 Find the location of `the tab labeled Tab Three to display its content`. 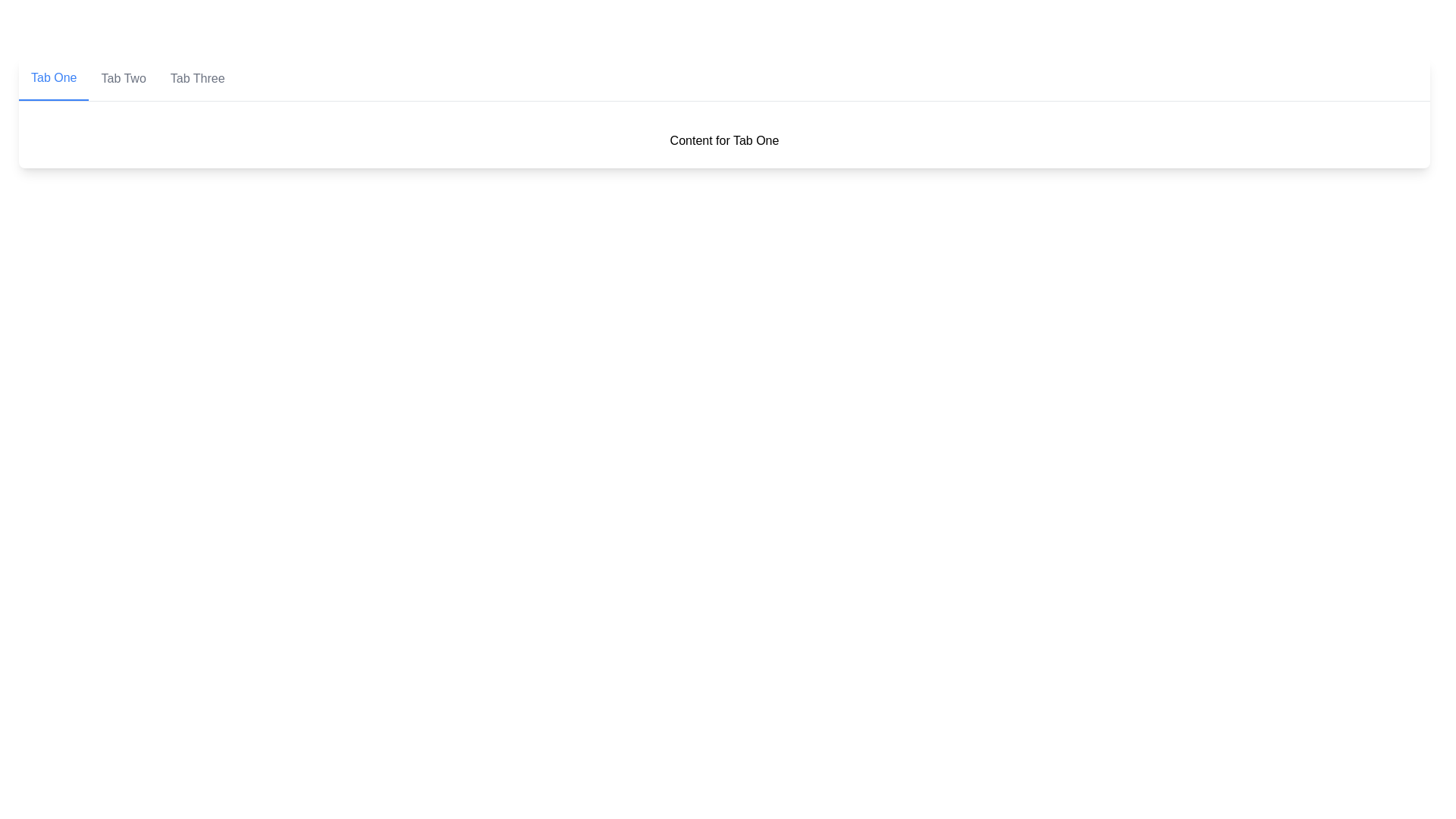

the tab labeled Tab Three to display its content is located at coordinates (196, 79).